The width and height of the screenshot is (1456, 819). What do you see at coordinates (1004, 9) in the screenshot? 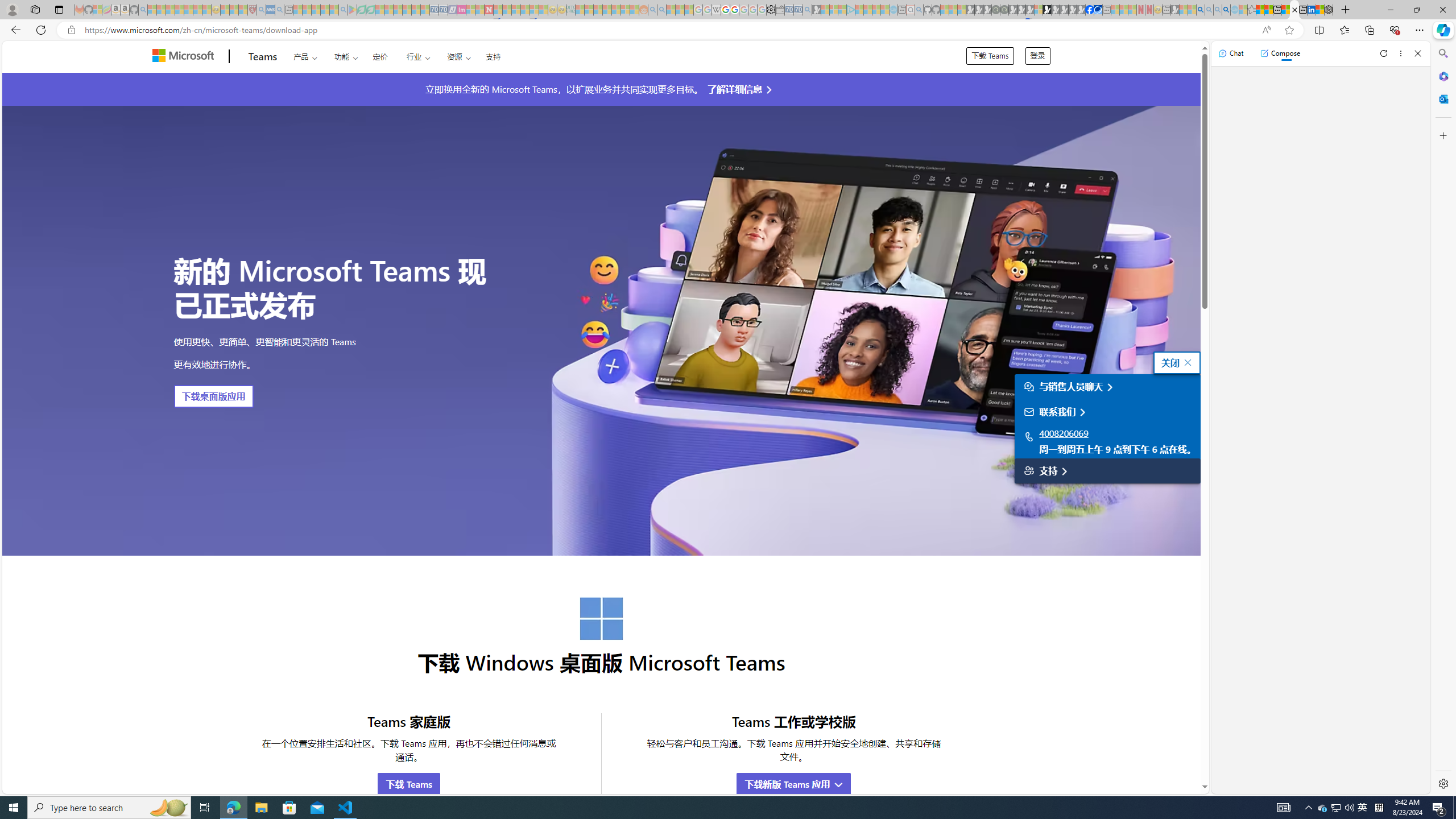
I see `'Future Focus Report 2024 - Sleeping'` at bounding box center [1004, 9].